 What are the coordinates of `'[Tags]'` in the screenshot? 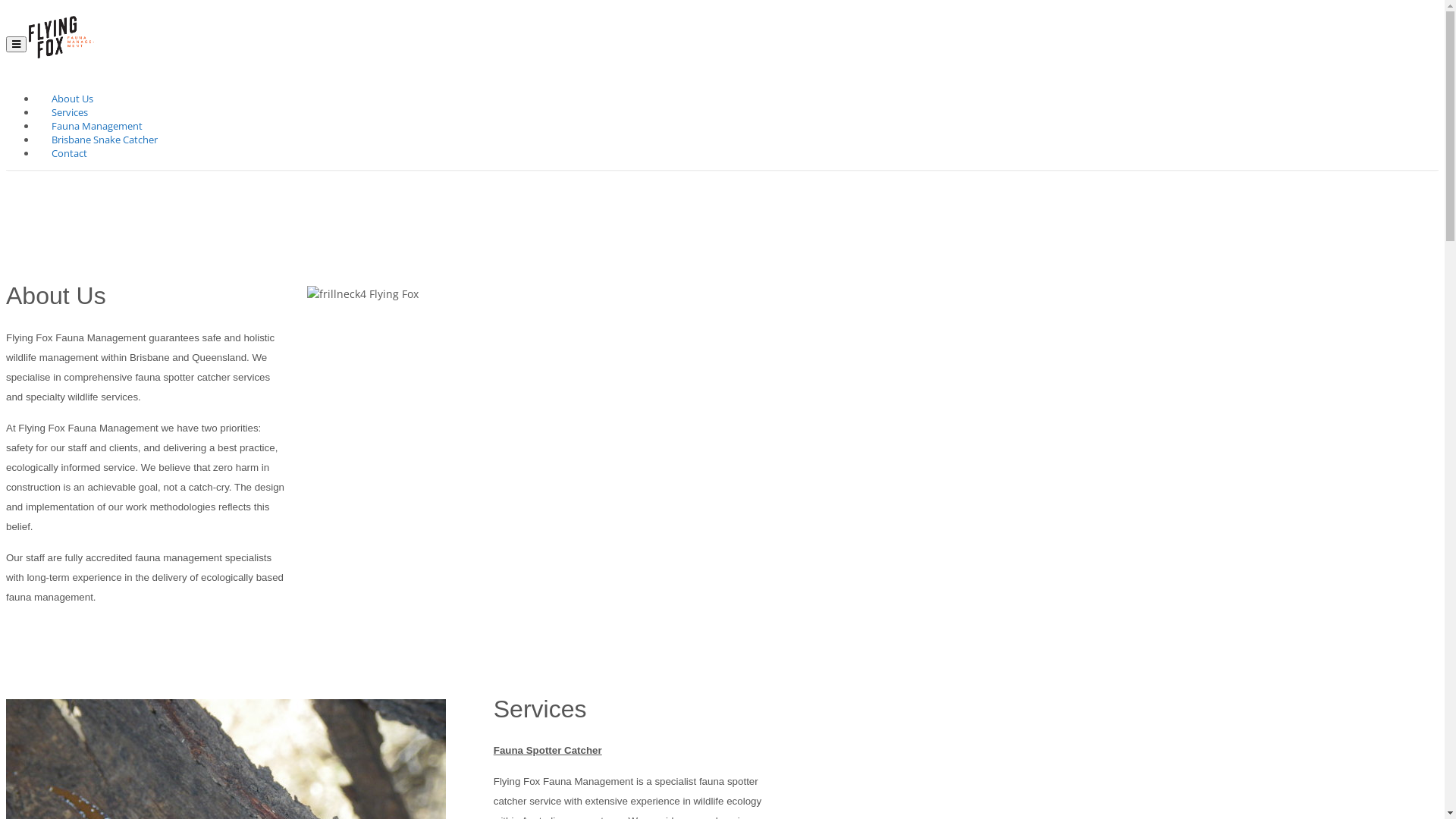 It's located at (539, 472).